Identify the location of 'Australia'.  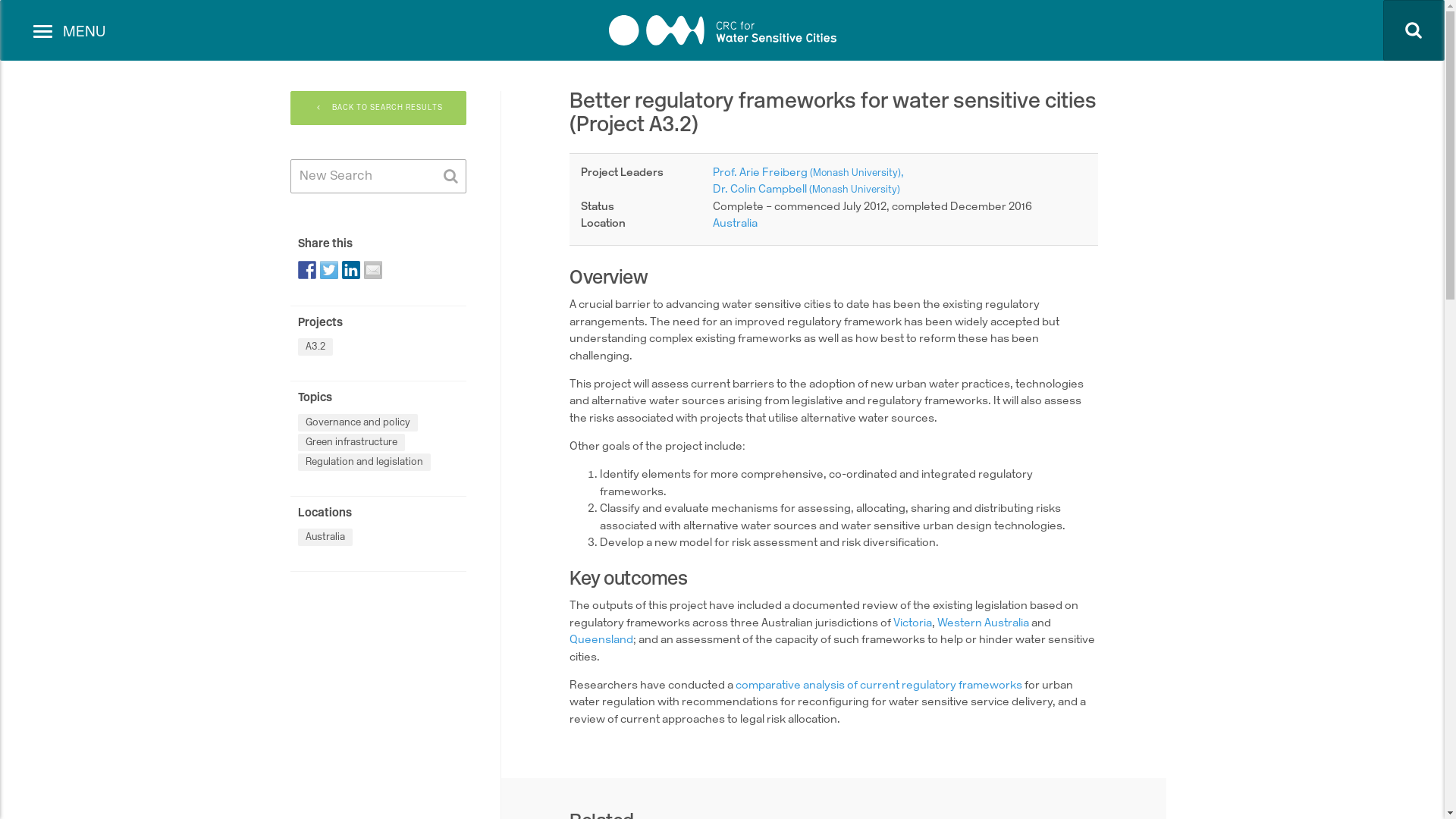
(323, 536).